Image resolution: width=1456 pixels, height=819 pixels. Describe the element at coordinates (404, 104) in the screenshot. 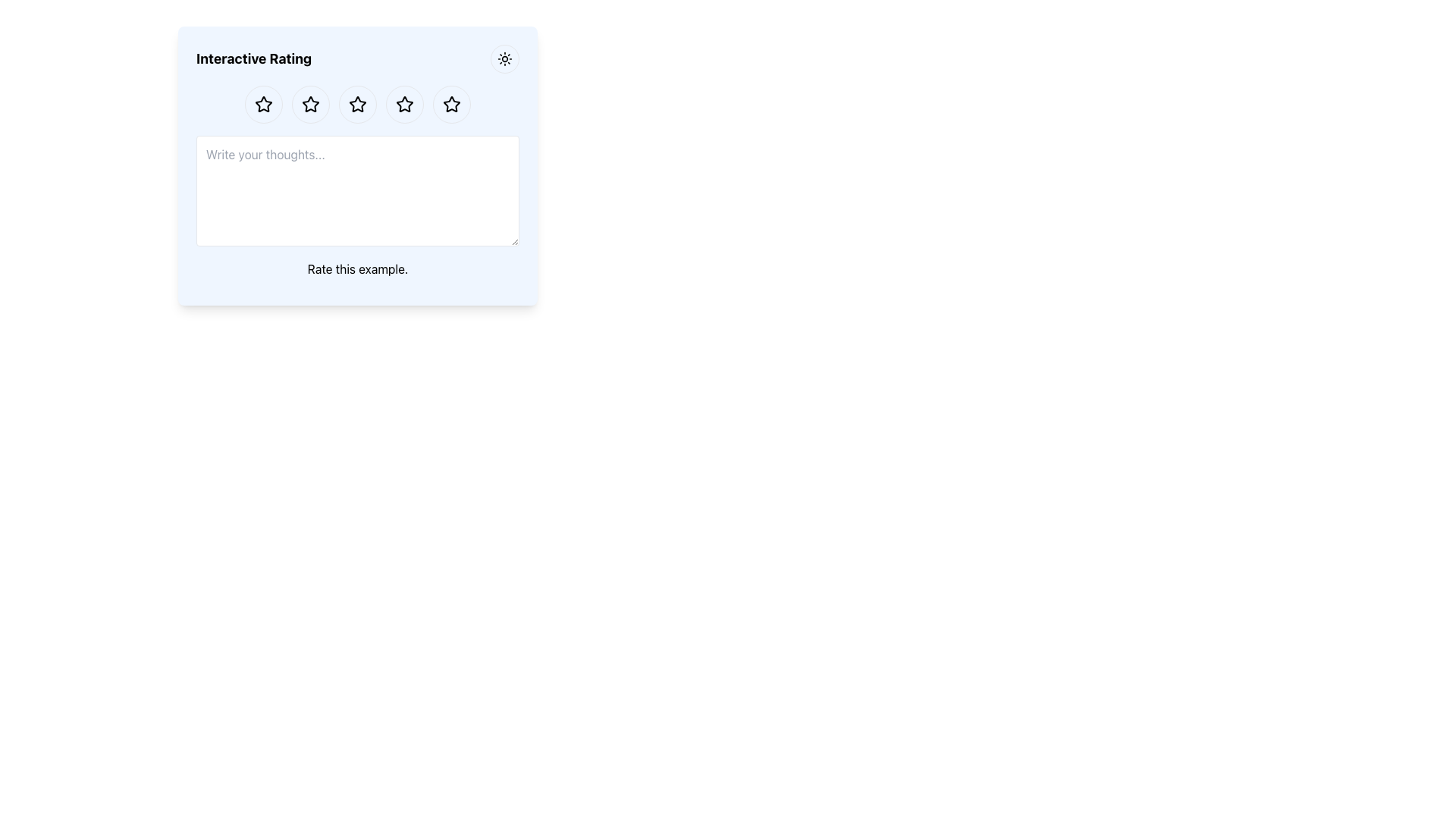

I see `the third star from the left in the horizontal array of five stars to rate` at that location.